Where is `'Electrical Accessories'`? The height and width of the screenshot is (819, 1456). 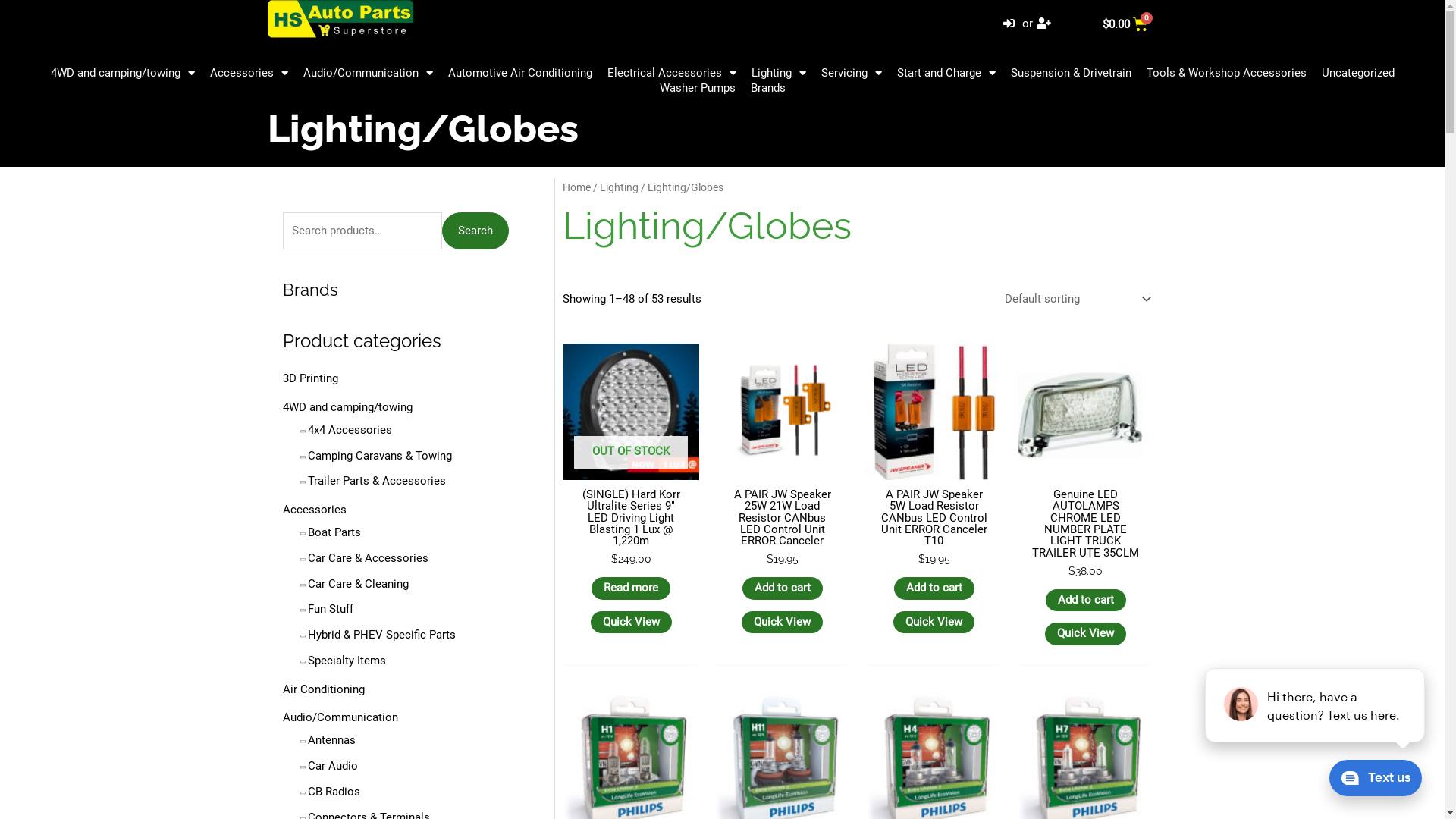
'Electrical Accessories' is located at coordinates (598, 73).